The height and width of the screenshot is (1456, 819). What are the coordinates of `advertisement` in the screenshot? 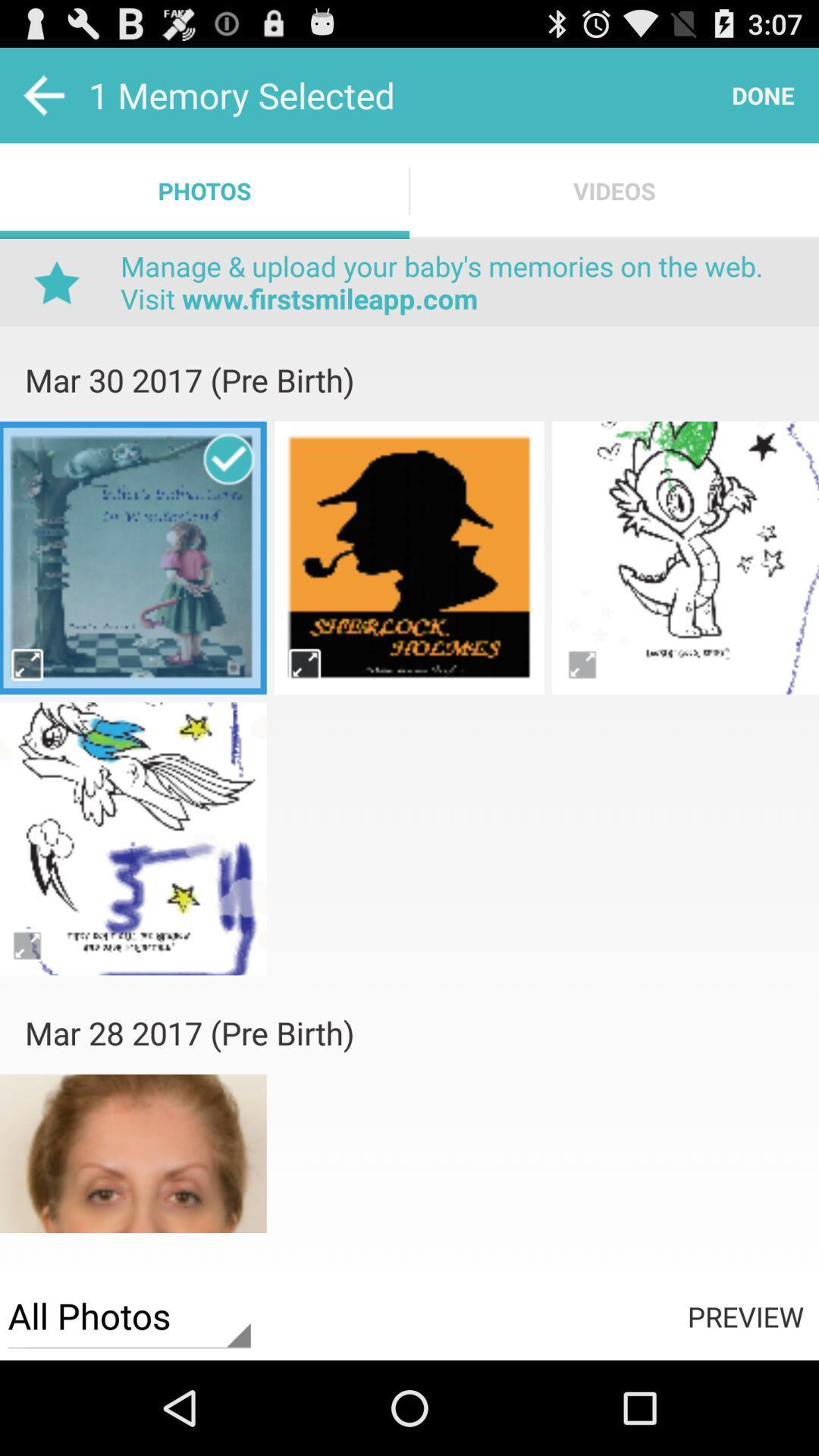 It's located at (409, 719).